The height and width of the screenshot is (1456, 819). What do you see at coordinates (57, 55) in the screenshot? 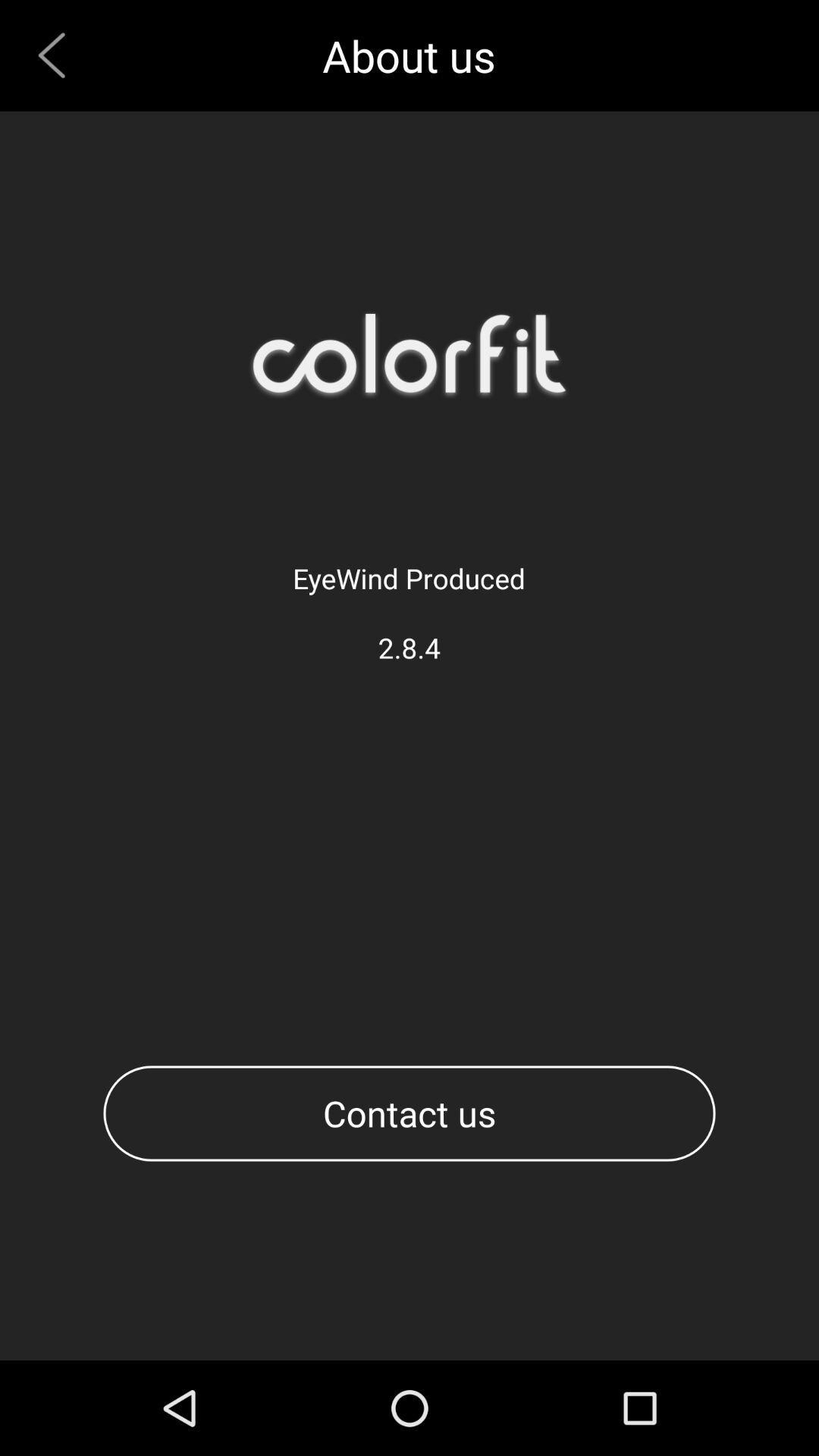
I see `icon next to the about us icon` at bounding box center [57, 55].